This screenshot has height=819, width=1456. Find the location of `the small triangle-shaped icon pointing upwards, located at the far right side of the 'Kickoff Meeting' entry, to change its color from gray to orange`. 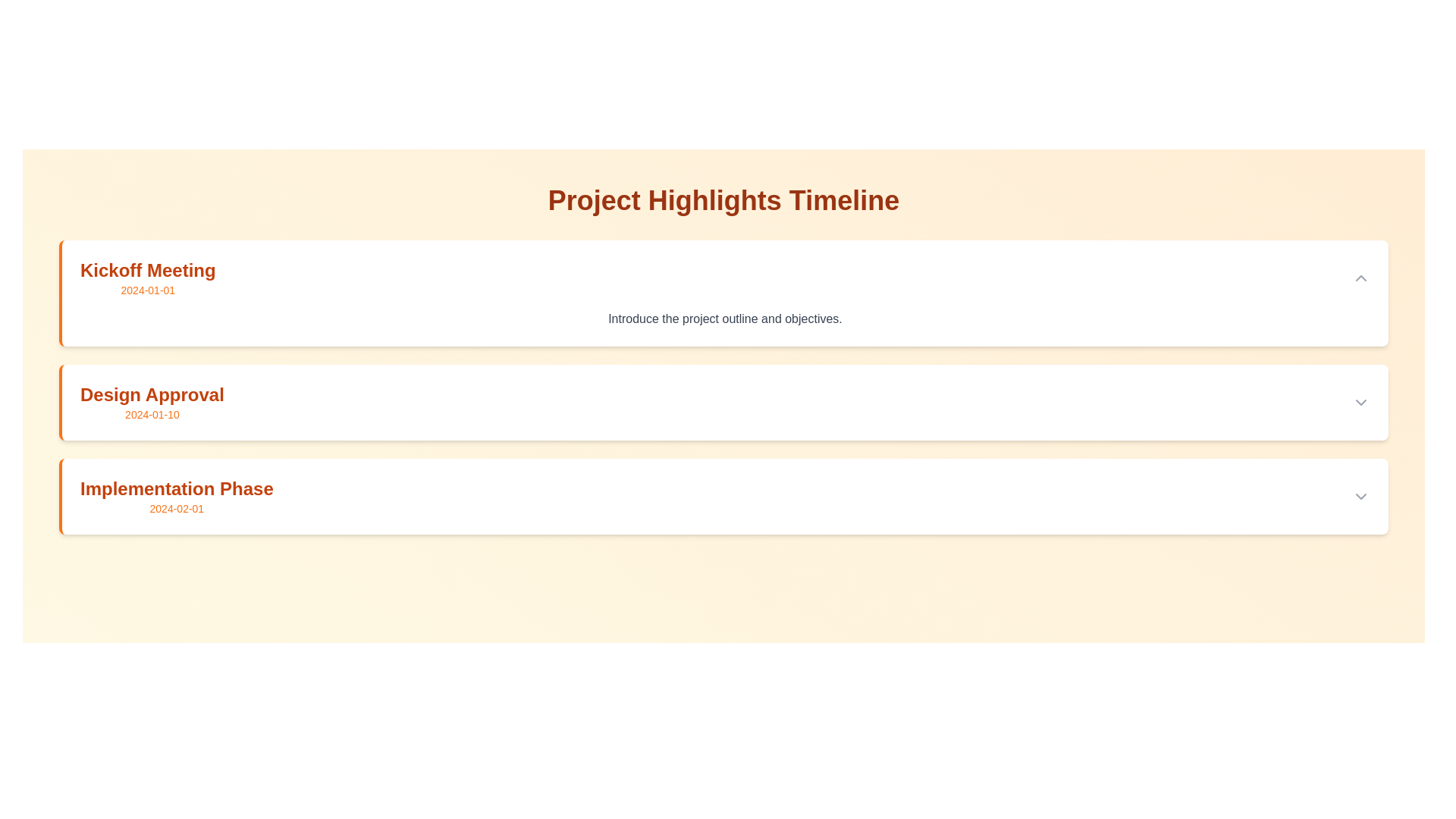

the small triangle-shaped icon pointing upwards, located at the far right side of the 'Kickoff Meeting' entry, to change its color from gray to orange is located at coordinates (1361, 278).